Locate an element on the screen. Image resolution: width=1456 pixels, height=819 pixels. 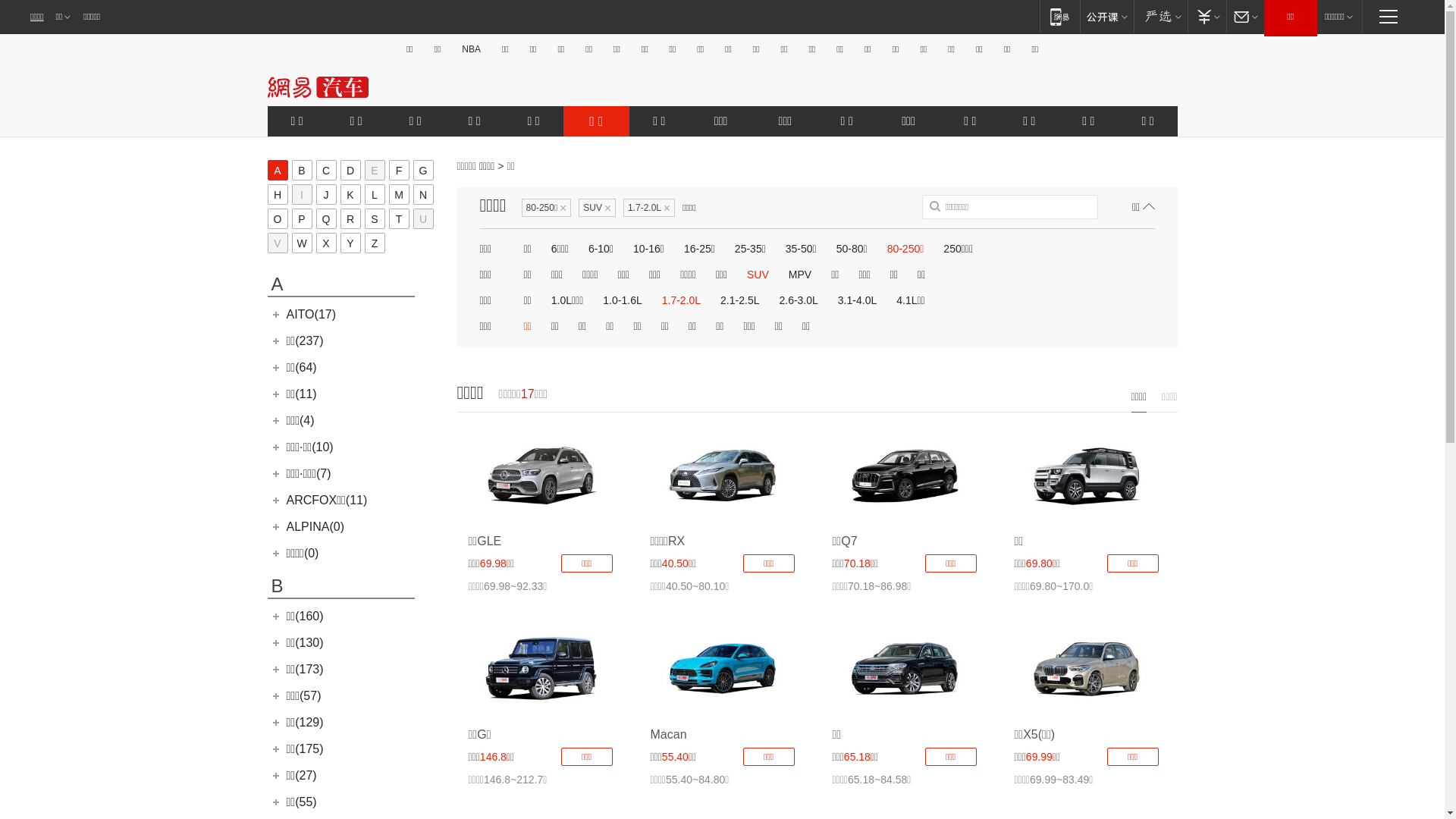
'G' is located at coordinates (422, 170).